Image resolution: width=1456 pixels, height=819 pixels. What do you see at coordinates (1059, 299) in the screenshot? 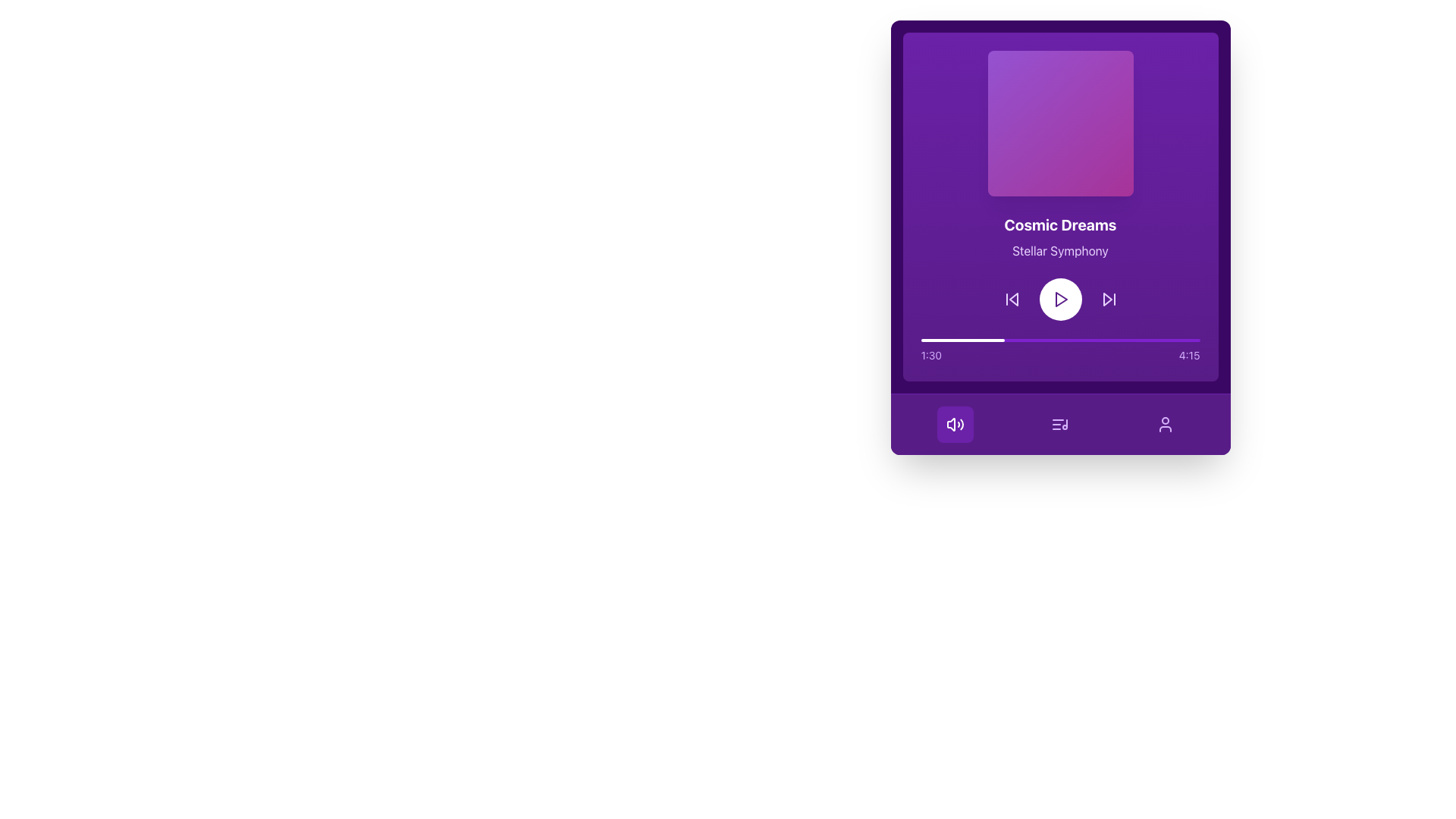
I see `the play/pause button located centrally below the song title and artist name in the media player` at bounding box center [1059, 299].